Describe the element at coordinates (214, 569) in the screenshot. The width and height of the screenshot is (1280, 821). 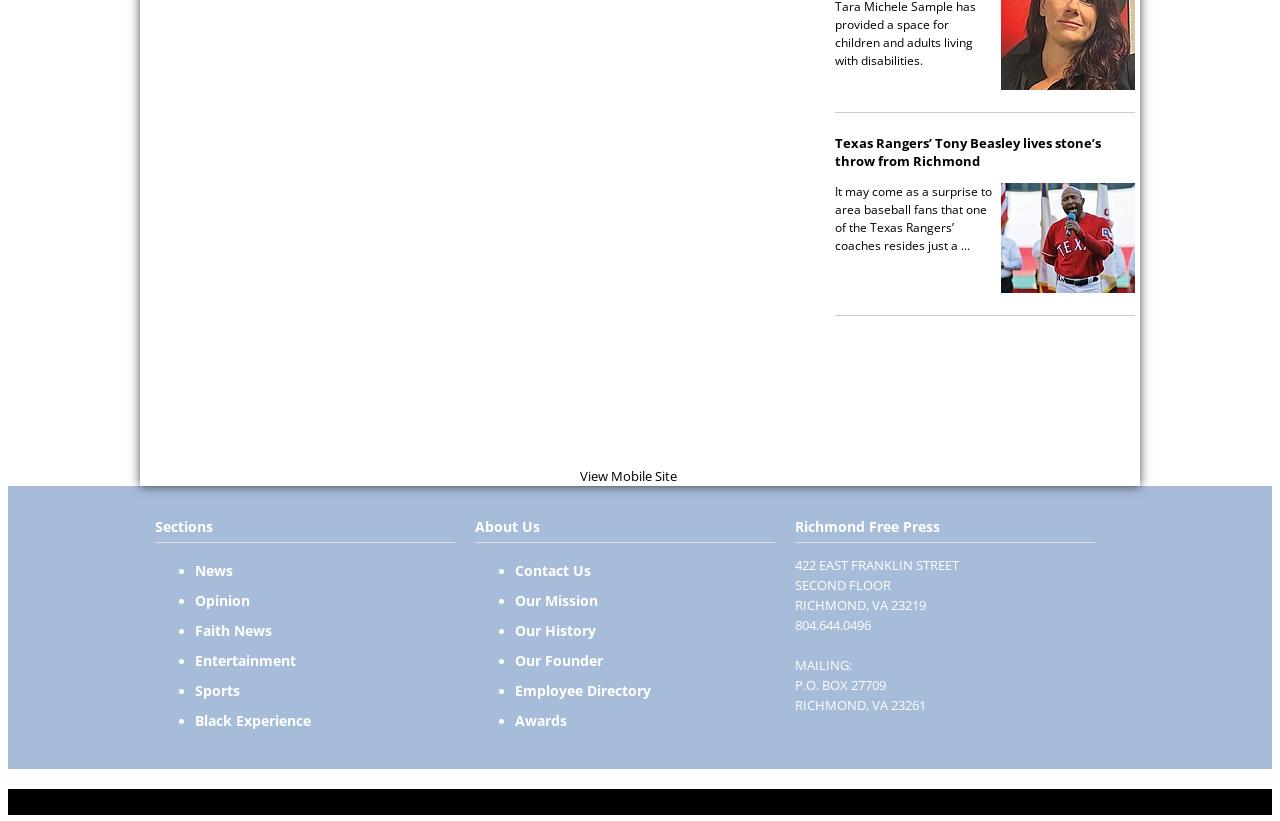
I see `'News'` at that location.